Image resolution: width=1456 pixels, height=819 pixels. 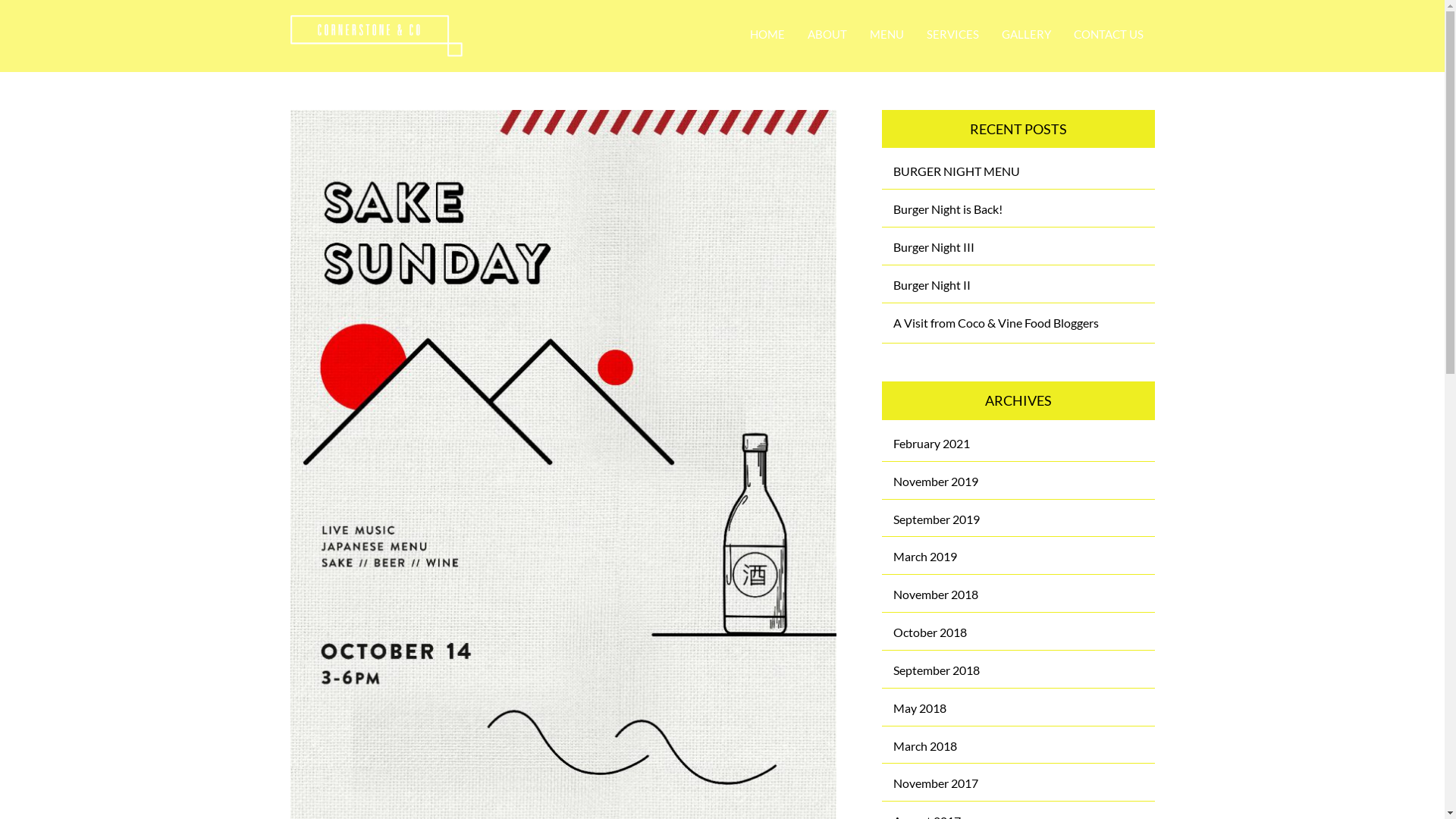 I want to click on 'November 2019', so click(x=934, y=481).